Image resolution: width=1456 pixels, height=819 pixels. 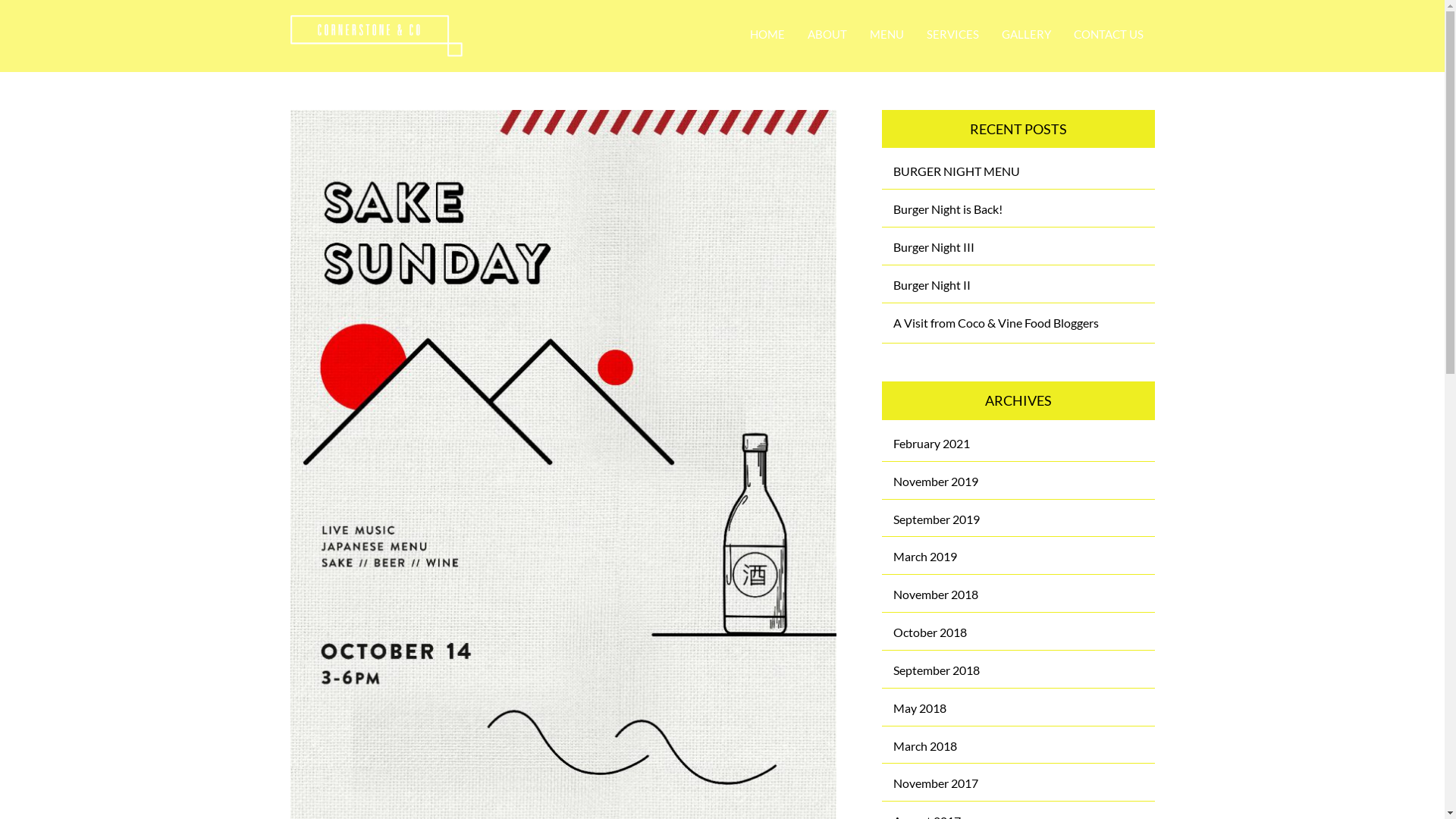 I want to click on 'November 2019', so click(x=934, y=481).